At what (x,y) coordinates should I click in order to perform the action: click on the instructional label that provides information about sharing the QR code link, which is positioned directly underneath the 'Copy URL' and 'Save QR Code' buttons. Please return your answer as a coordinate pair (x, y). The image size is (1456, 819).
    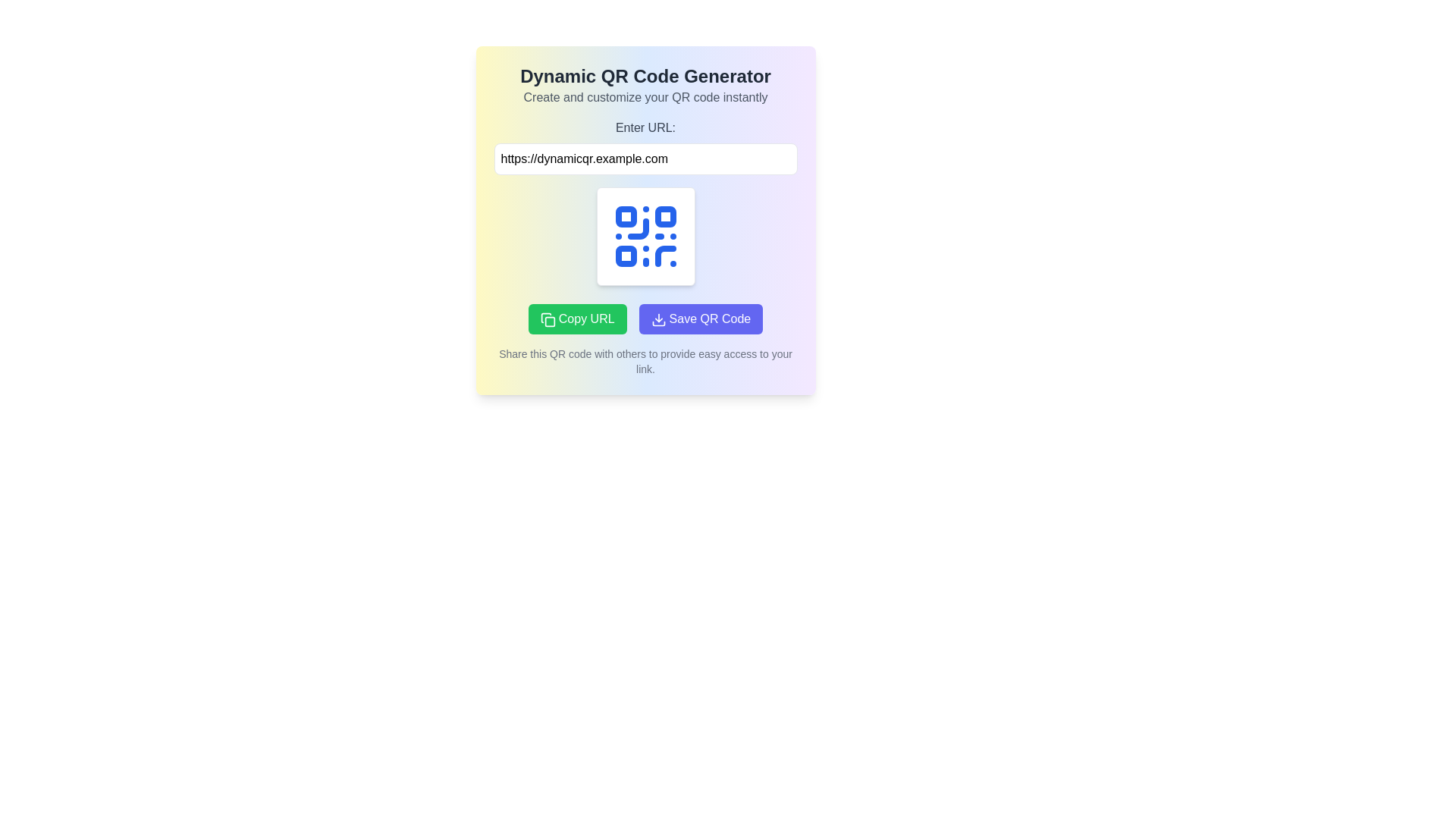
    Looking at the image, I should click on (645, 362).